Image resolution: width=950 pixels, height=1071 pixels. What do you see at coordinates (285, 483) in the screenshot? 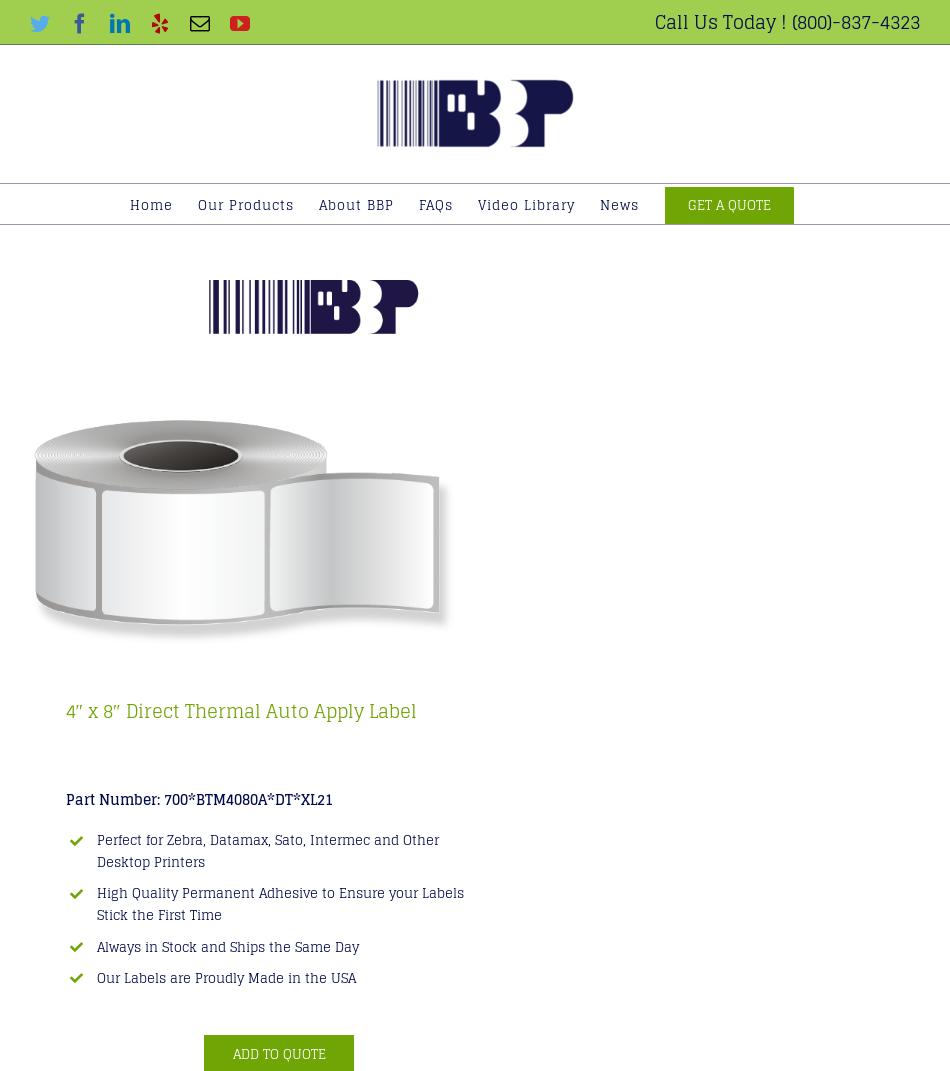
I see `'Polypropylene Labels'` at bounding box center [285, 483].